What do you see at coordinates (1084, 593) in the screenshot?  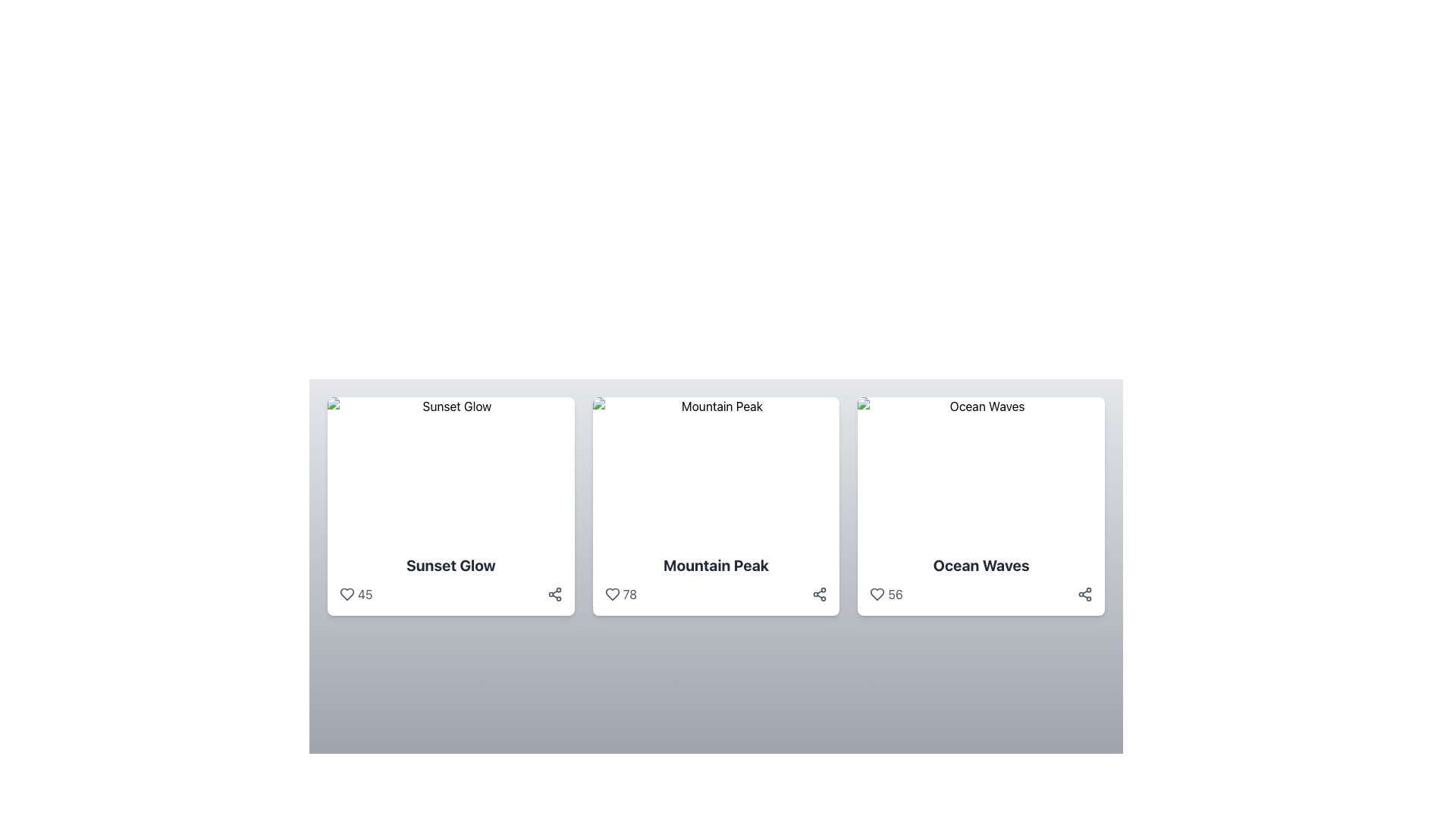 I see `the share icon located at the bottom-right corner of the 'Ocean Waves' card, which is the last icon in the horizontal icon layout` at bounding box center [1084, 593].